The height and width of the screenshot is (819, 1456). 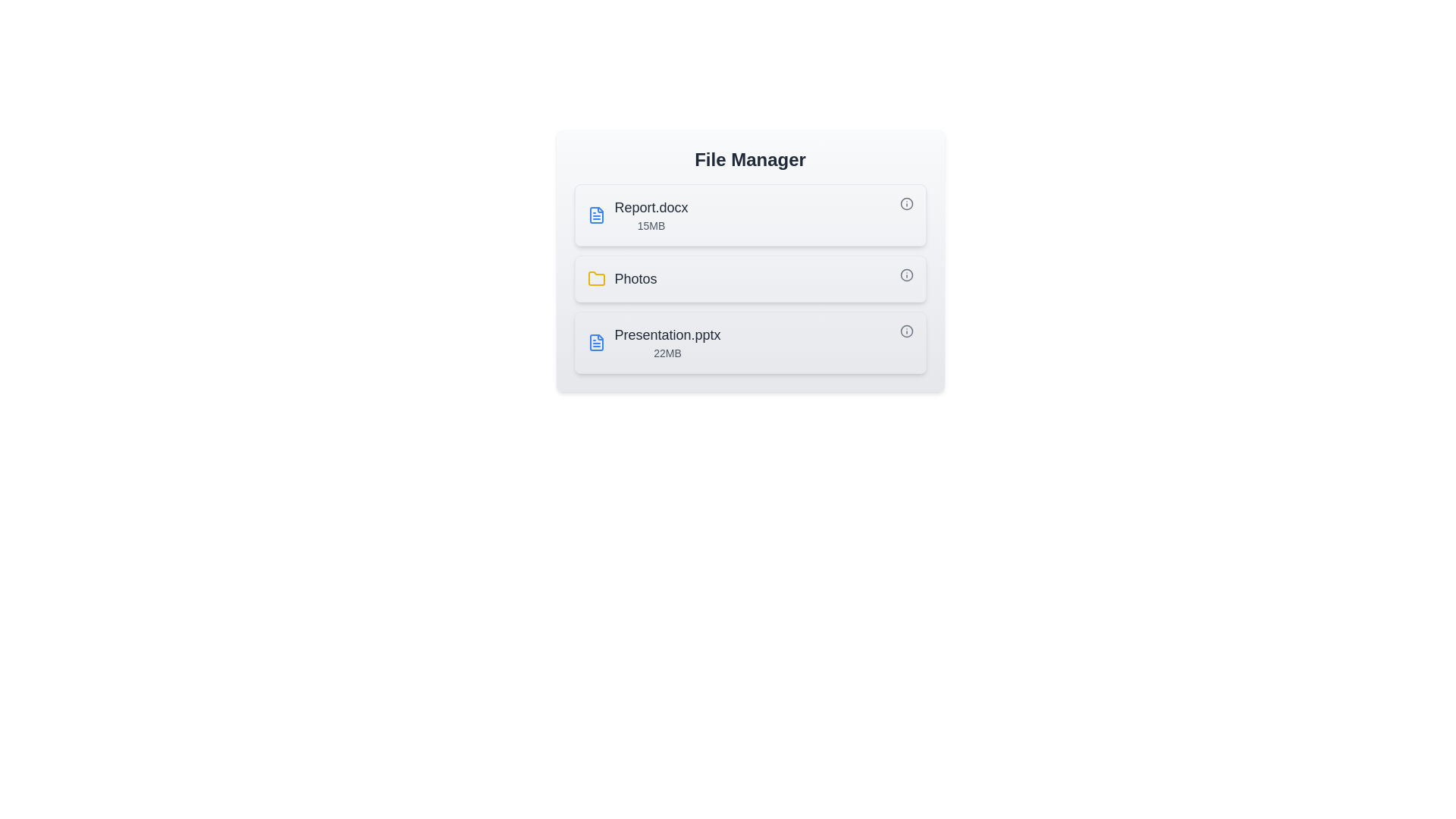 What do you see at coordinates (906, 275) in the screenshot?
I see `the info icon corresponding to Photos` at bounding box center [906, 275].